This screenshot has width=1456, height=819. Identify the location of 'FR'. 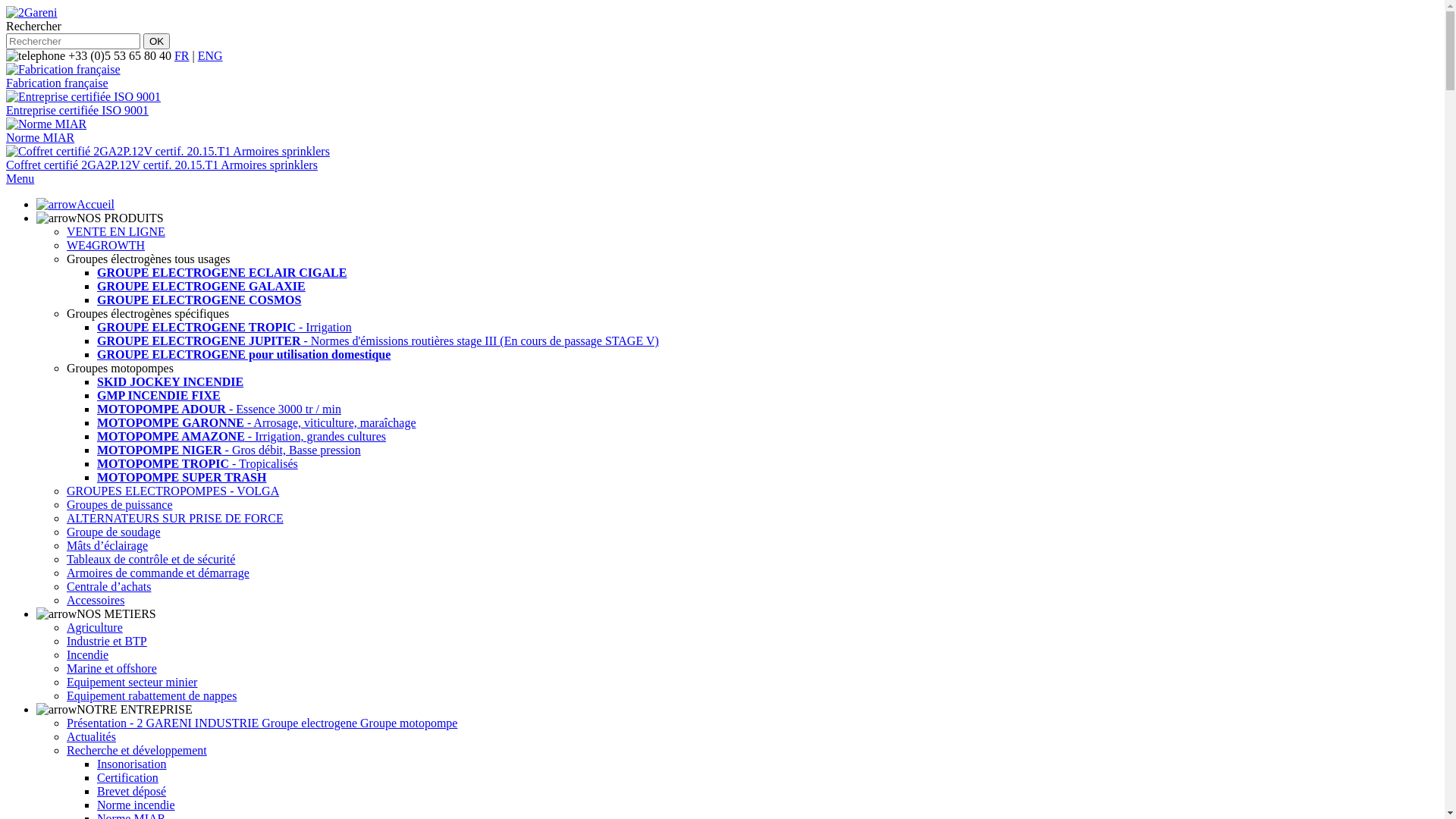
(174, 55).